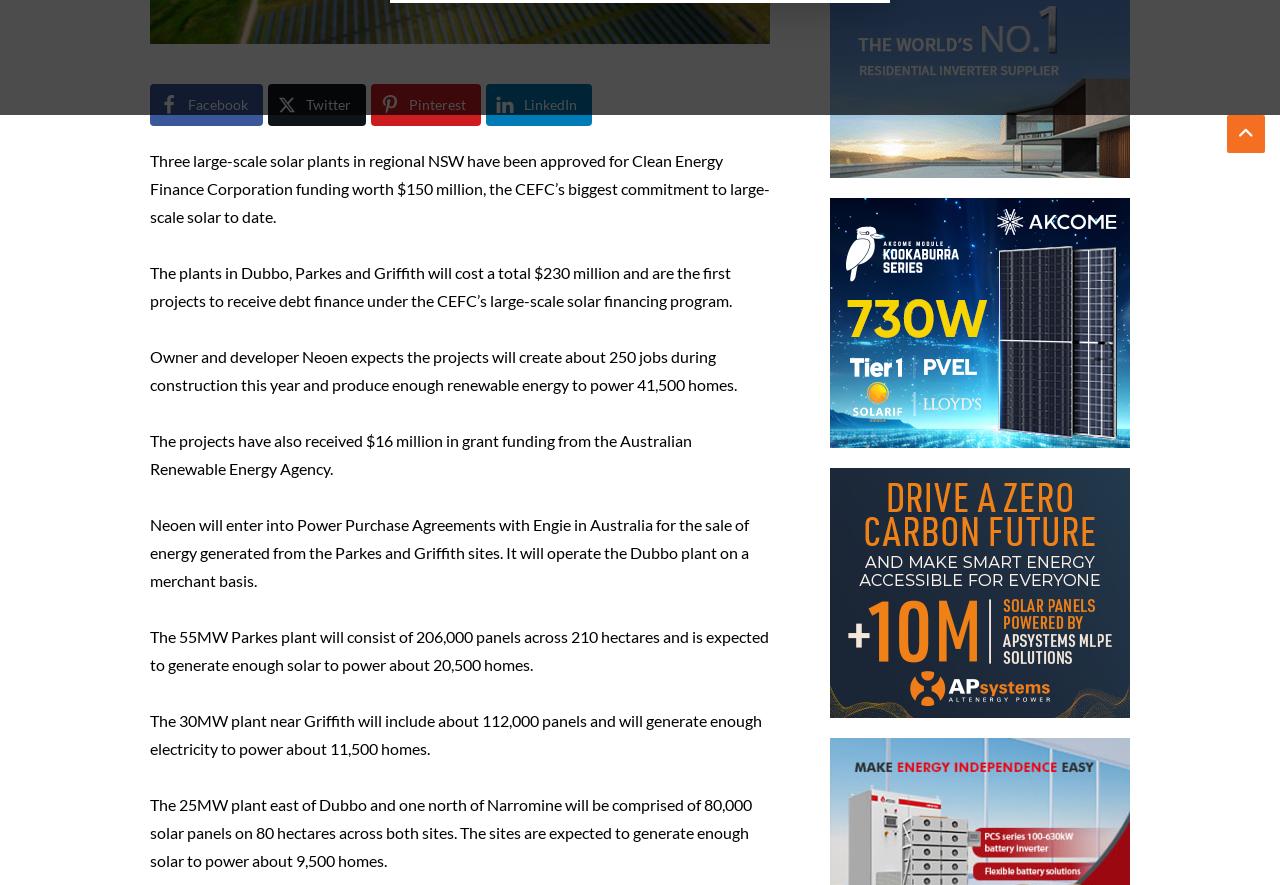 The width and height of the screenshot is (1280, 885). I want to click on 'Facebook', so click(217, 104).